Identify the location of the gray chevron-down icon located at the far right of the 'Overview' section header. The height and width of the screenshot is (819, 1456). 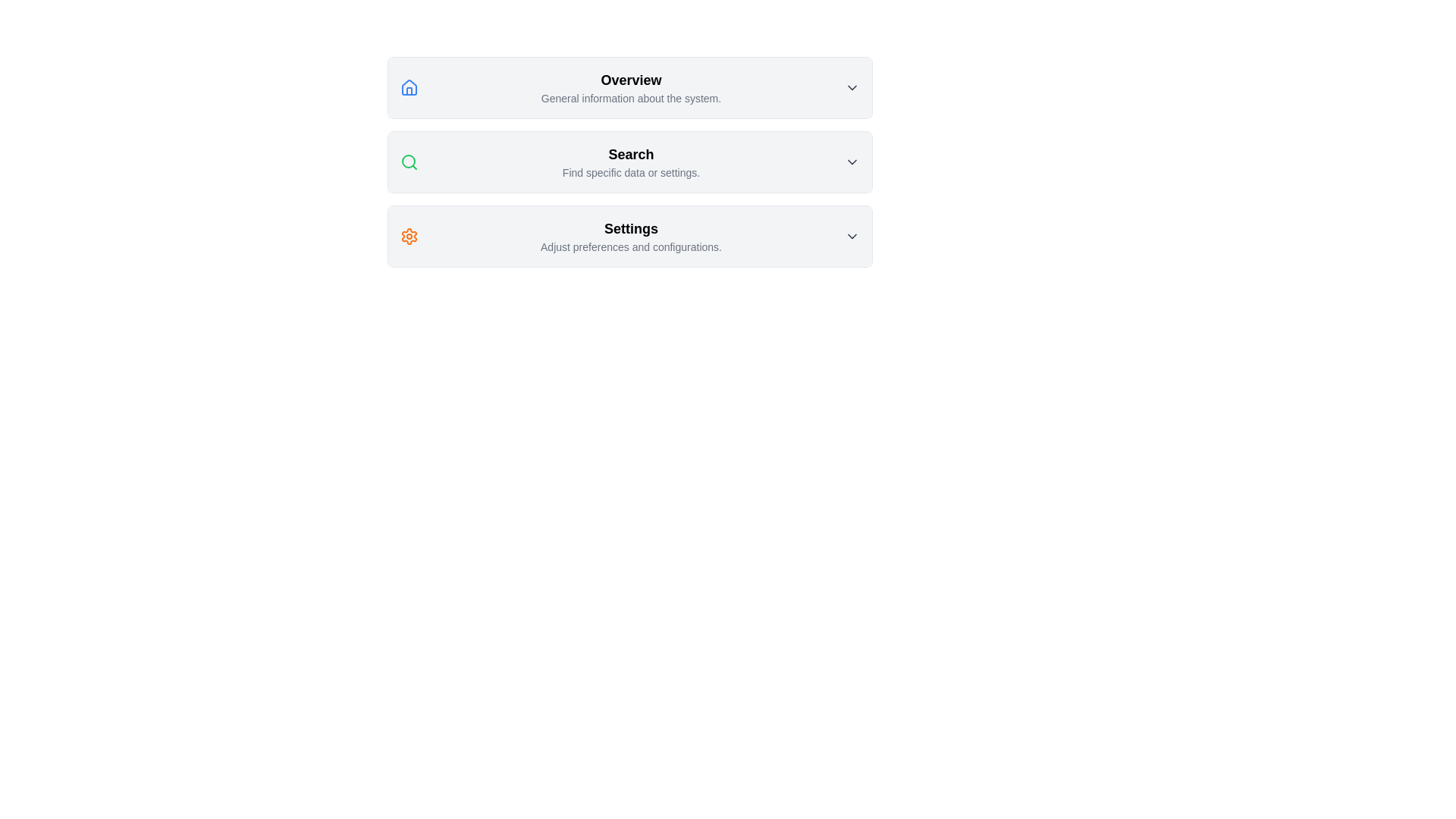
(852, 87).